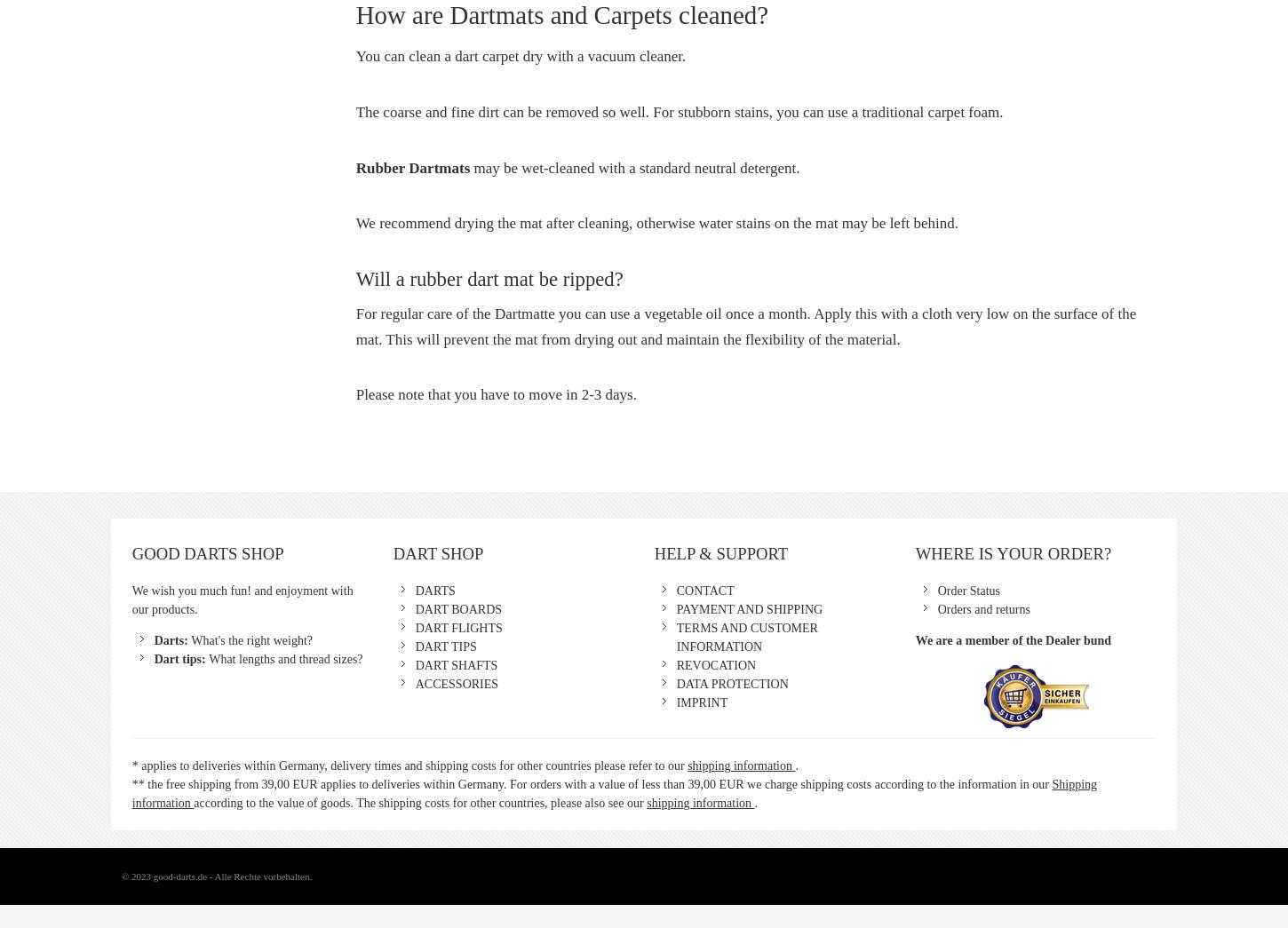  What do you see at coordinates (458, 609) in the screenshot?
I see `'DART BOARDS'` at bounding box center [458, 609].